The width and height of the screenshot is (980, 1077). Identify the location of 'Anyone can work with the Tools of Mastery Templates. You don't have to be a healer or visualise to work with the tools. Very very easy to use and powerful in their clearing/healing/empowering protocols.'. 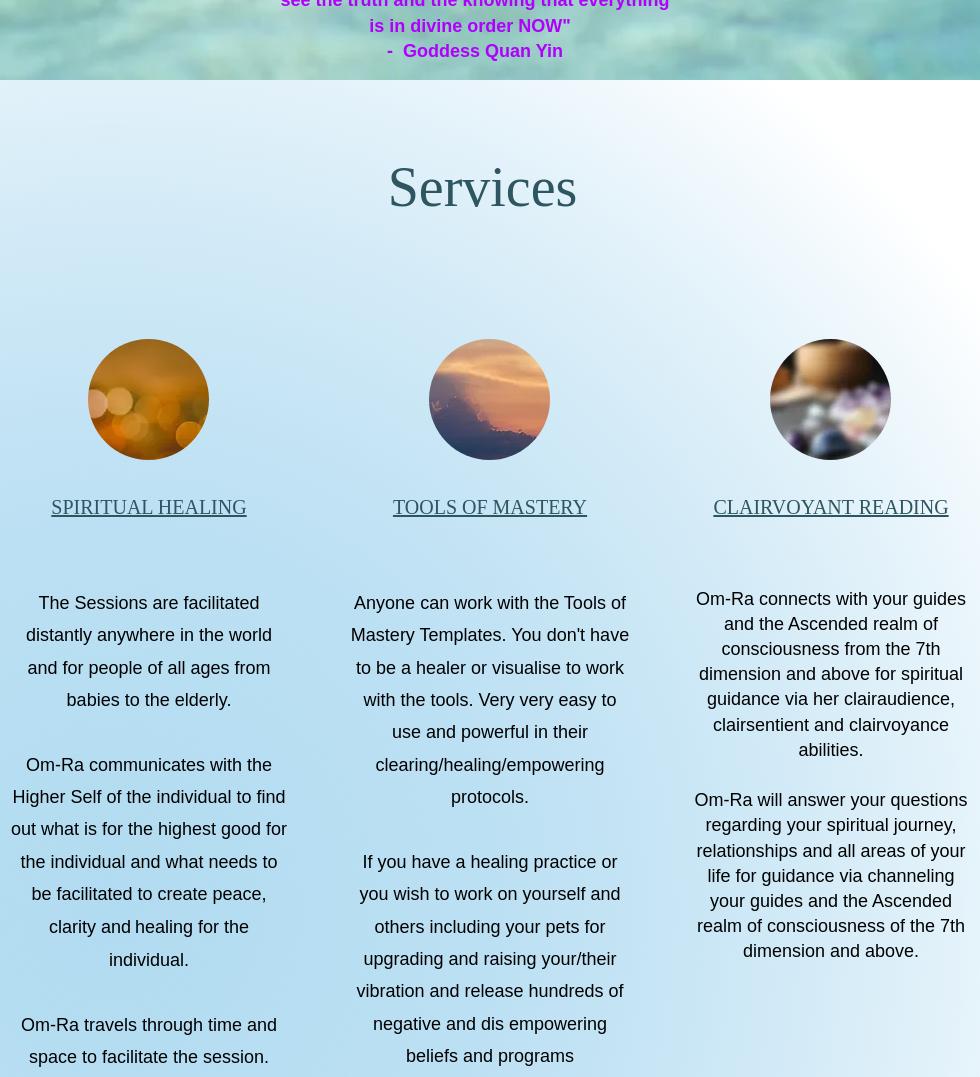
(349, 698).